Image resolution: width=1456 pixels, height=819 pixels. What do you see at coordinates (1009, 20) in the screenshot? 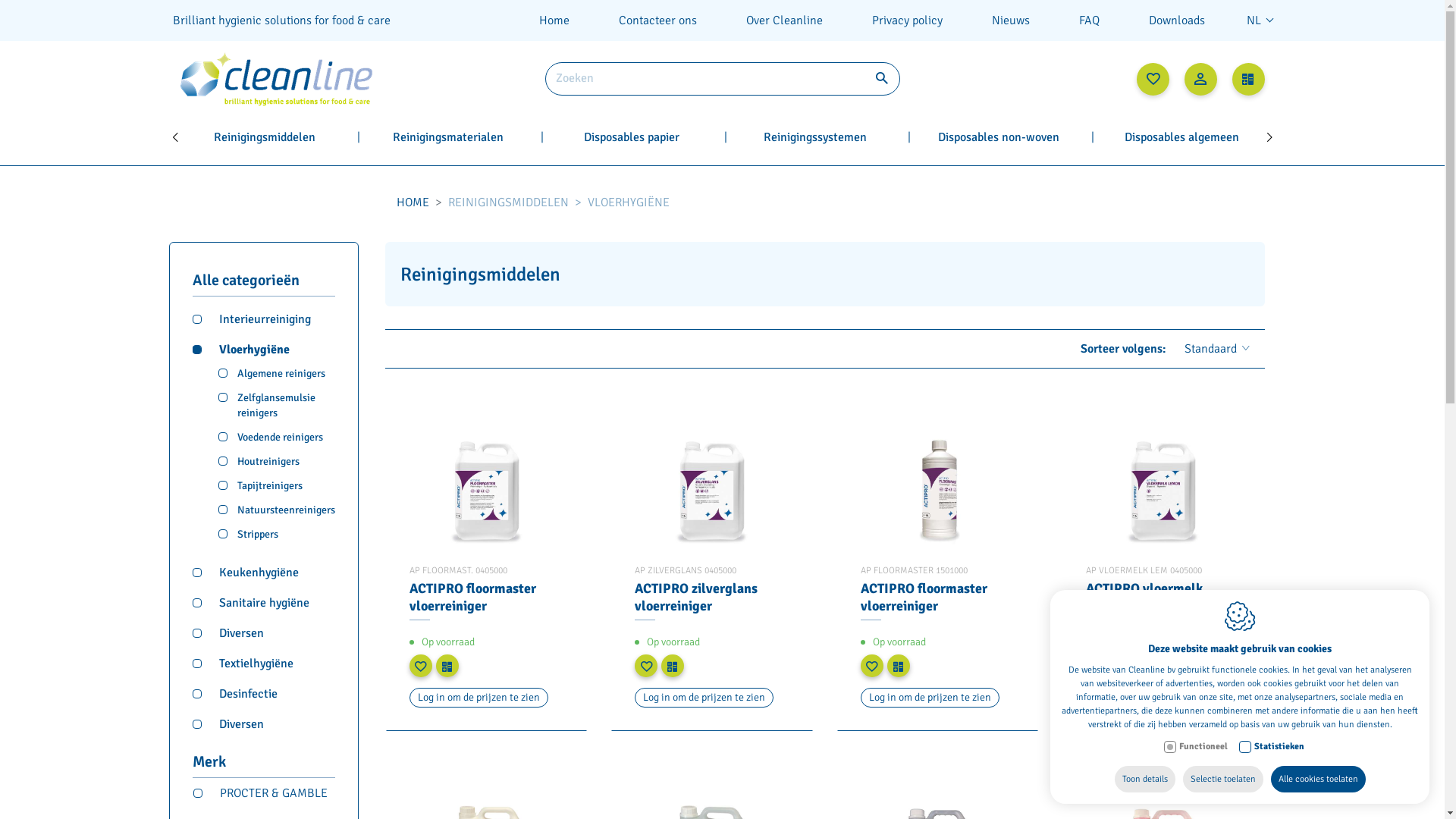
I see `'Nieuws'` at bounding box center [1009, 20].